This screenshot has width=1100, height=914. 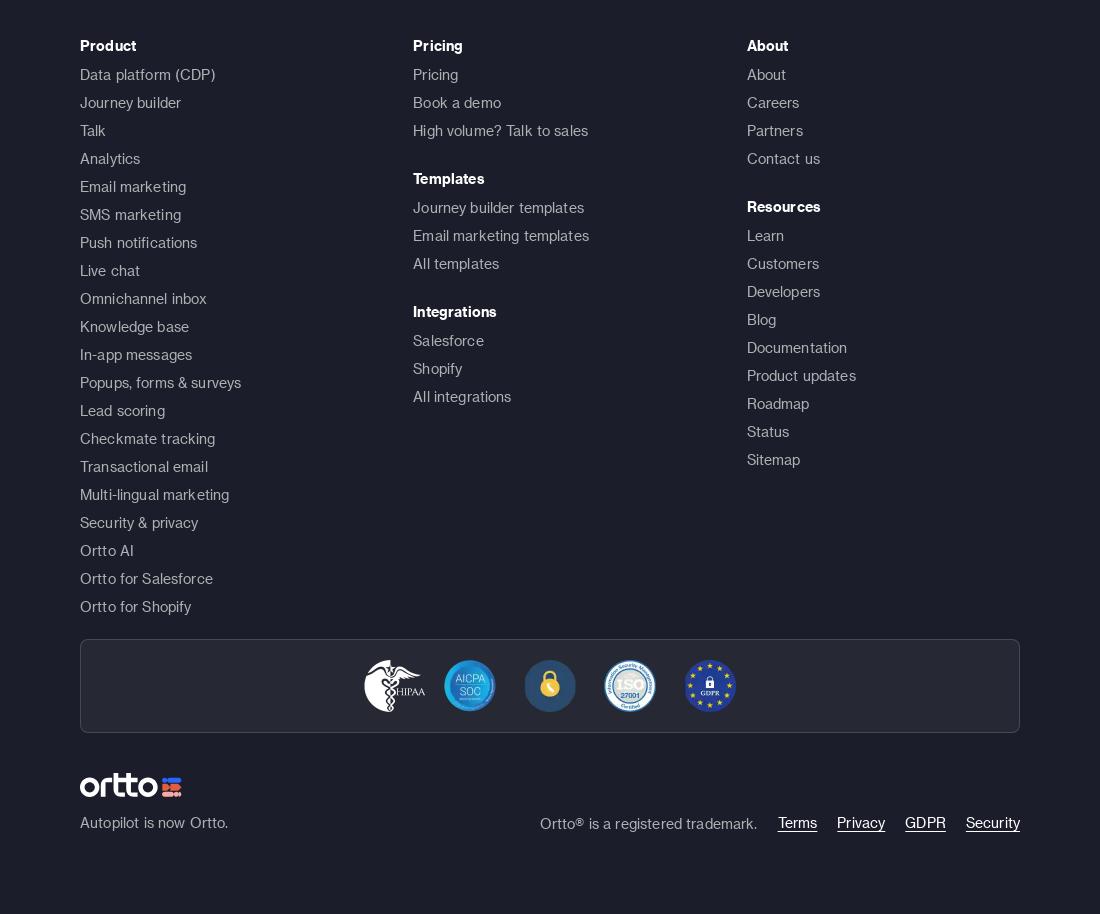 I want to click on 'Roadmap', so click(x=777, y=402).